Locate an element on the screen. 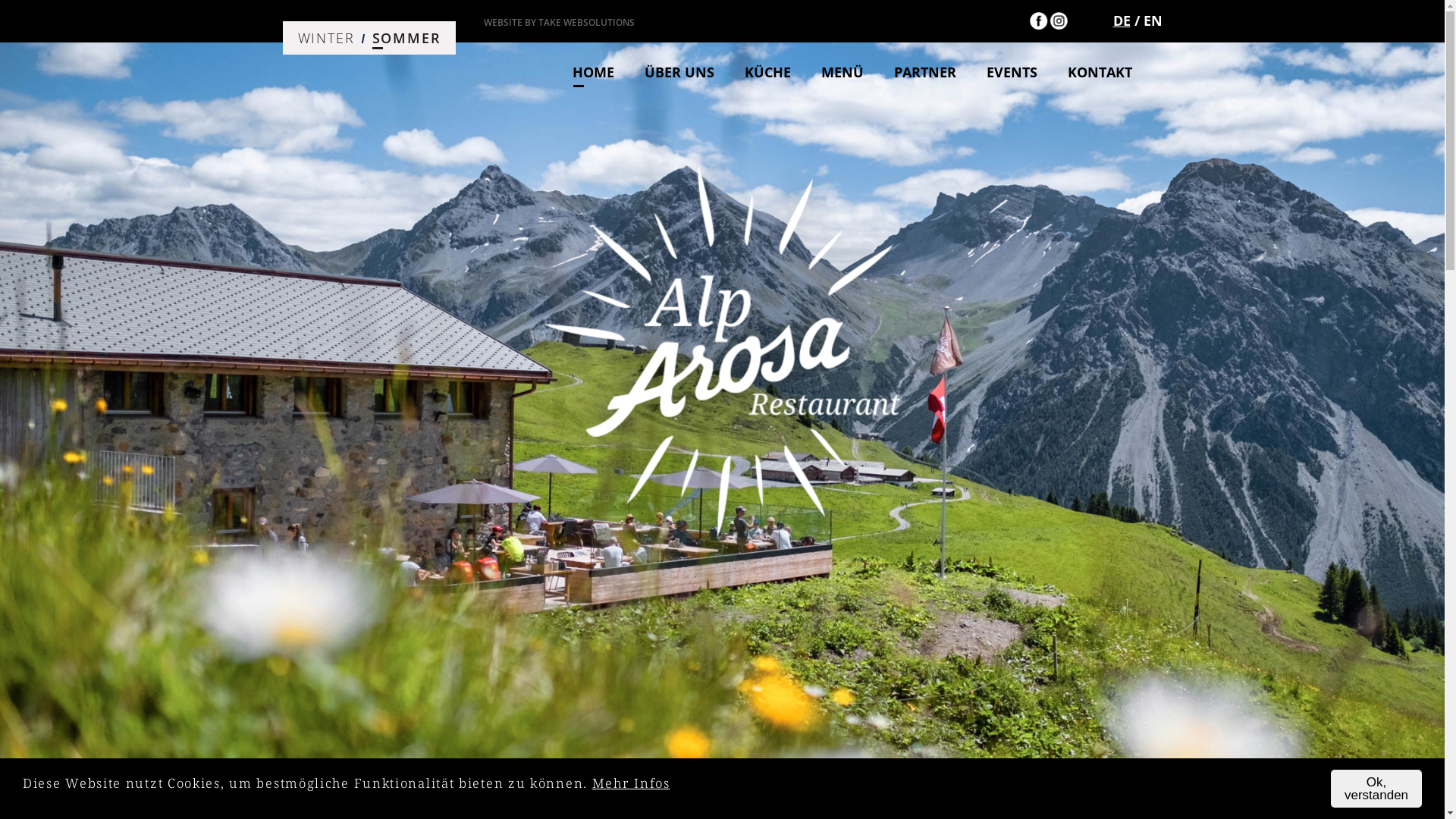 This screenshot has height=819, width=1456. 'EVENTS' is located at coordinates (1026, 72).